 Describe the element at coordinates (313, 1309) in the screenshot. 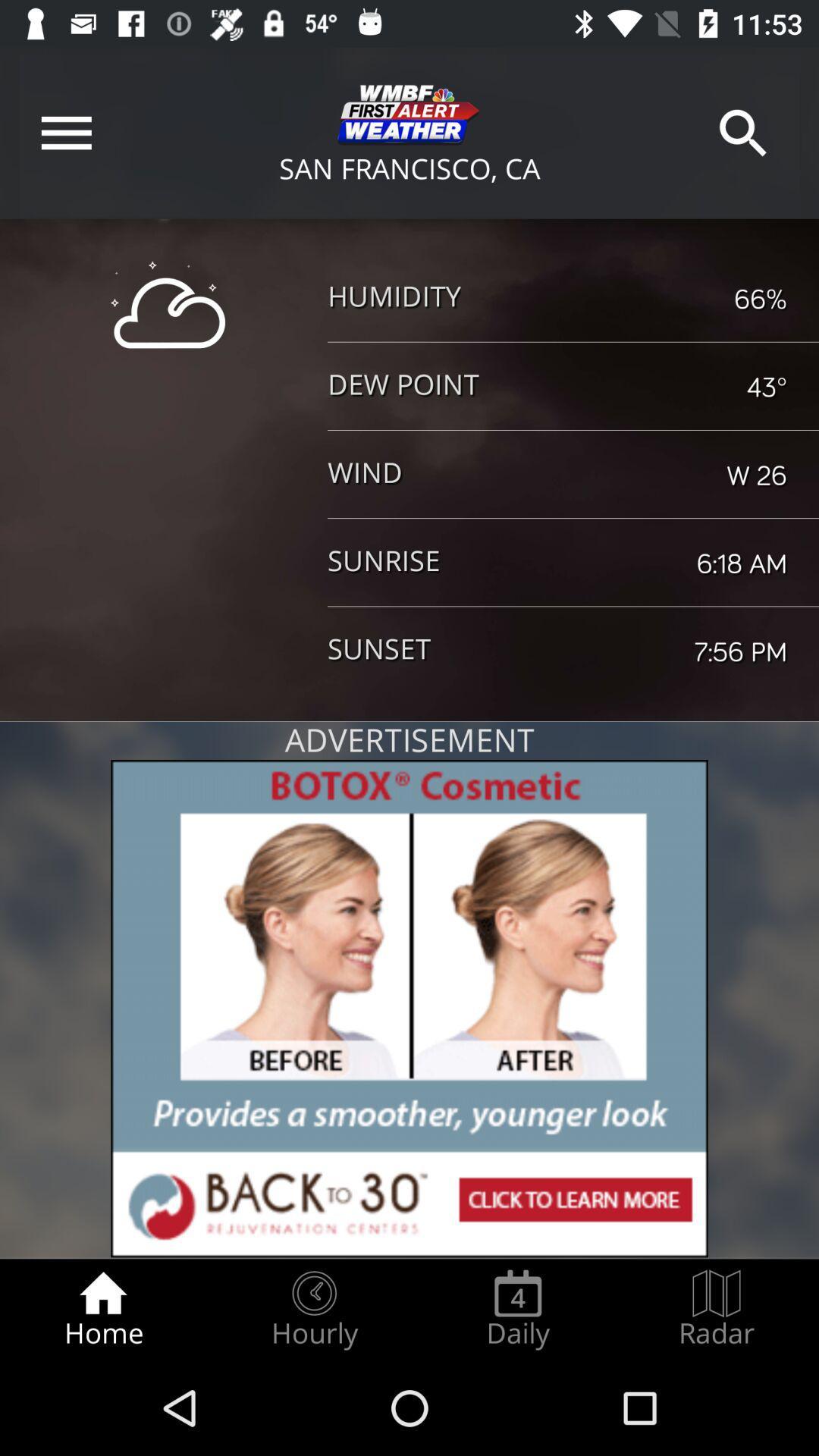

I see `the hourly` at that location.